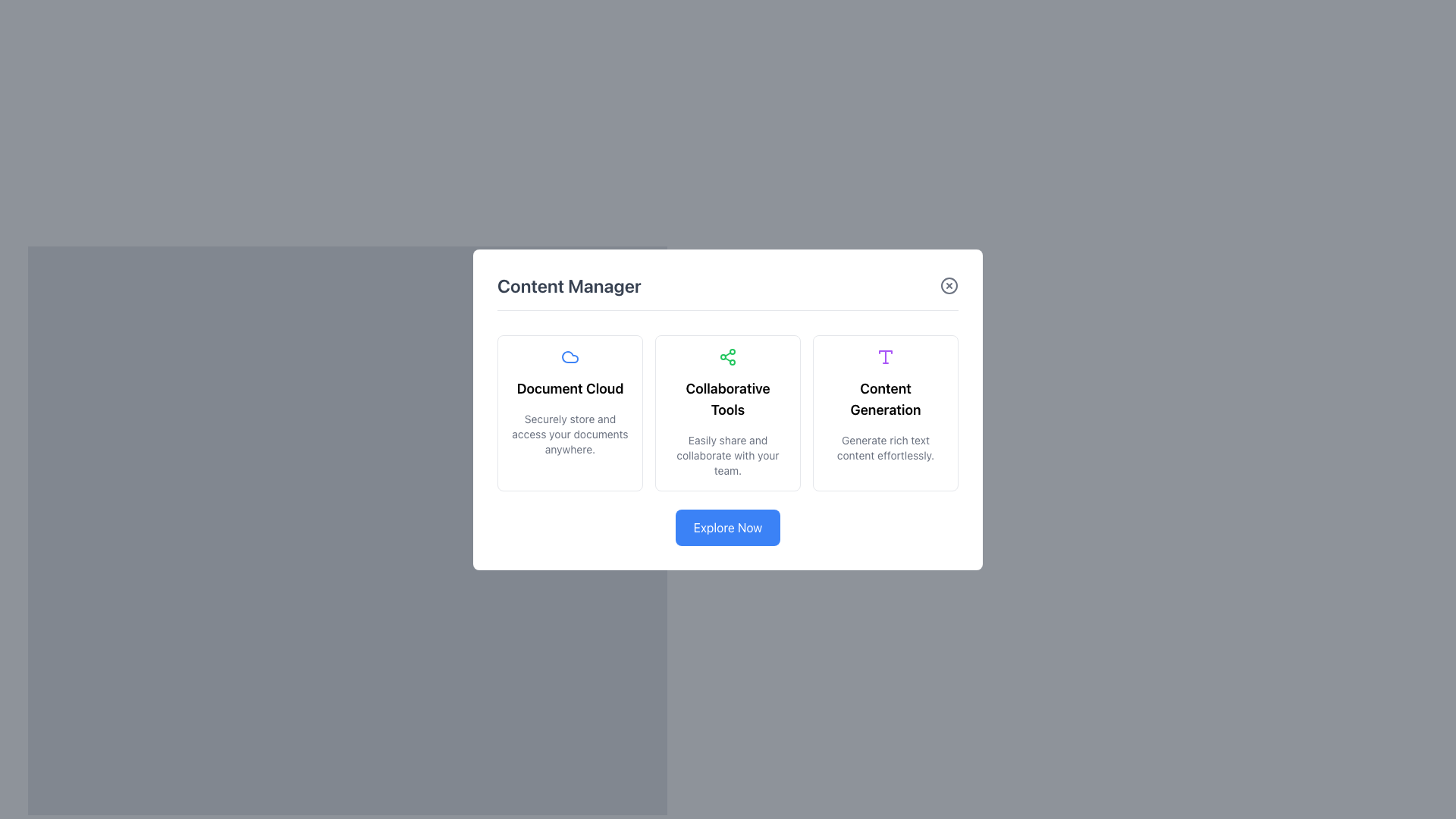 This screenshot has height=819, width=1456. Describe the element at coordinates (885, 351) in the screenshot. I see `the thin horizontal portion of the 'T' shaped icon above the 'Content Generation' label, which is styled in purple` at that location.